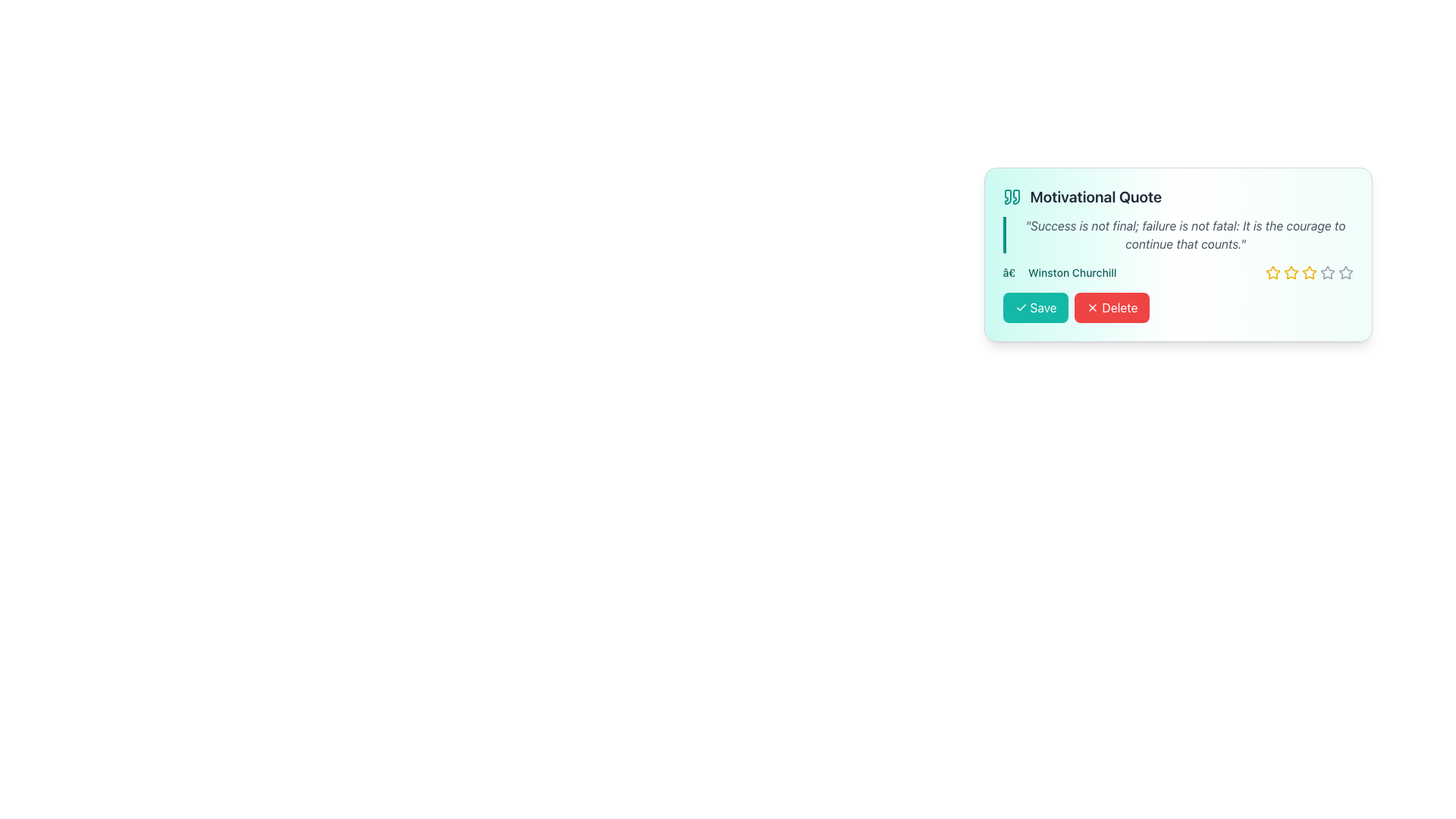 The width and height of the screenshot is (1456, 819). I want to click on the fourth golden star icon in the rating group, so click(1308, 271).